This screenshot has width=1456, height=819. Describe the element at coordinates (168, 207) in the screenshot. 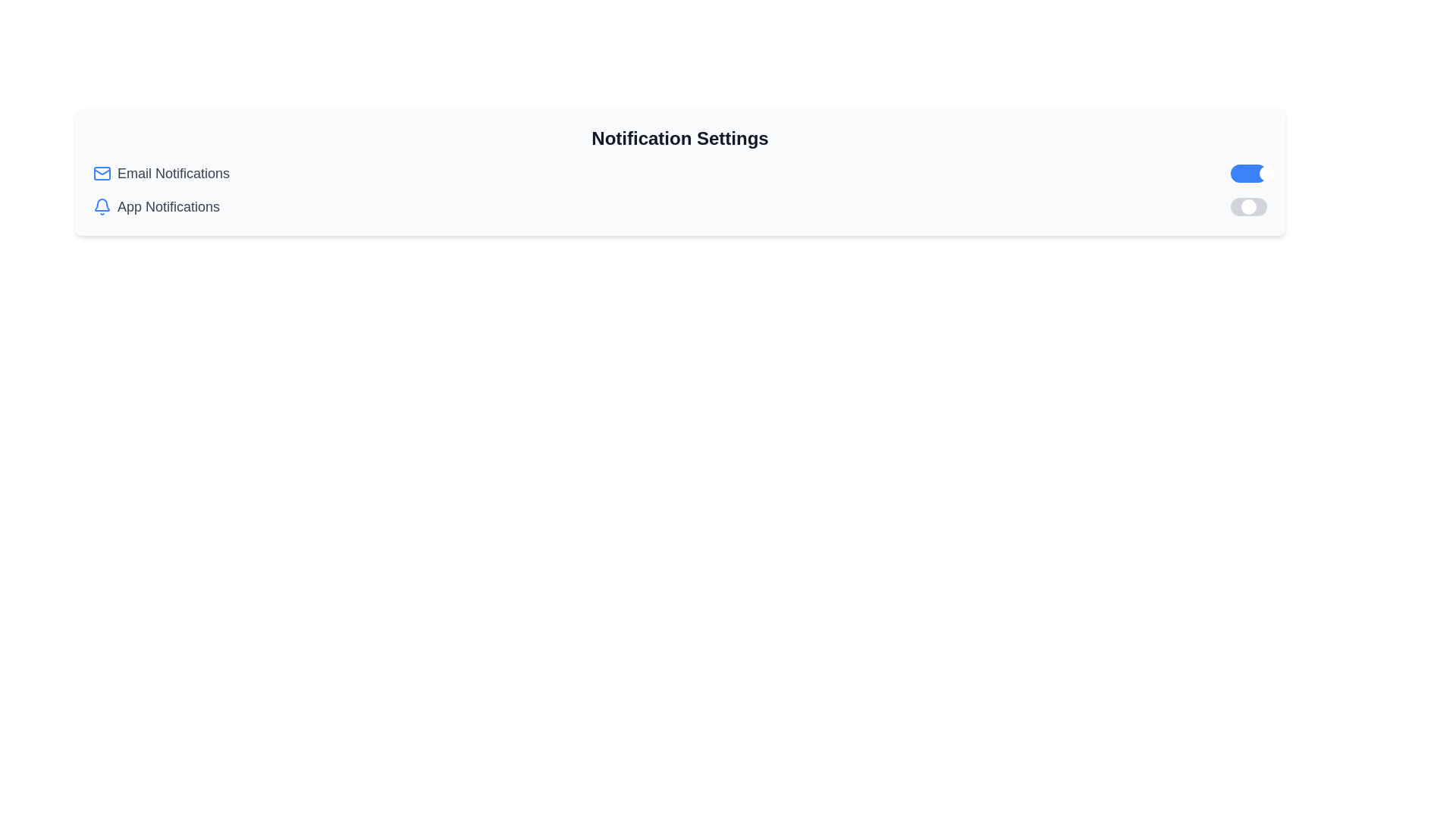

I see `the 'App Notifications' text label, which is styled with a larger font size and gray color, located` at that location.